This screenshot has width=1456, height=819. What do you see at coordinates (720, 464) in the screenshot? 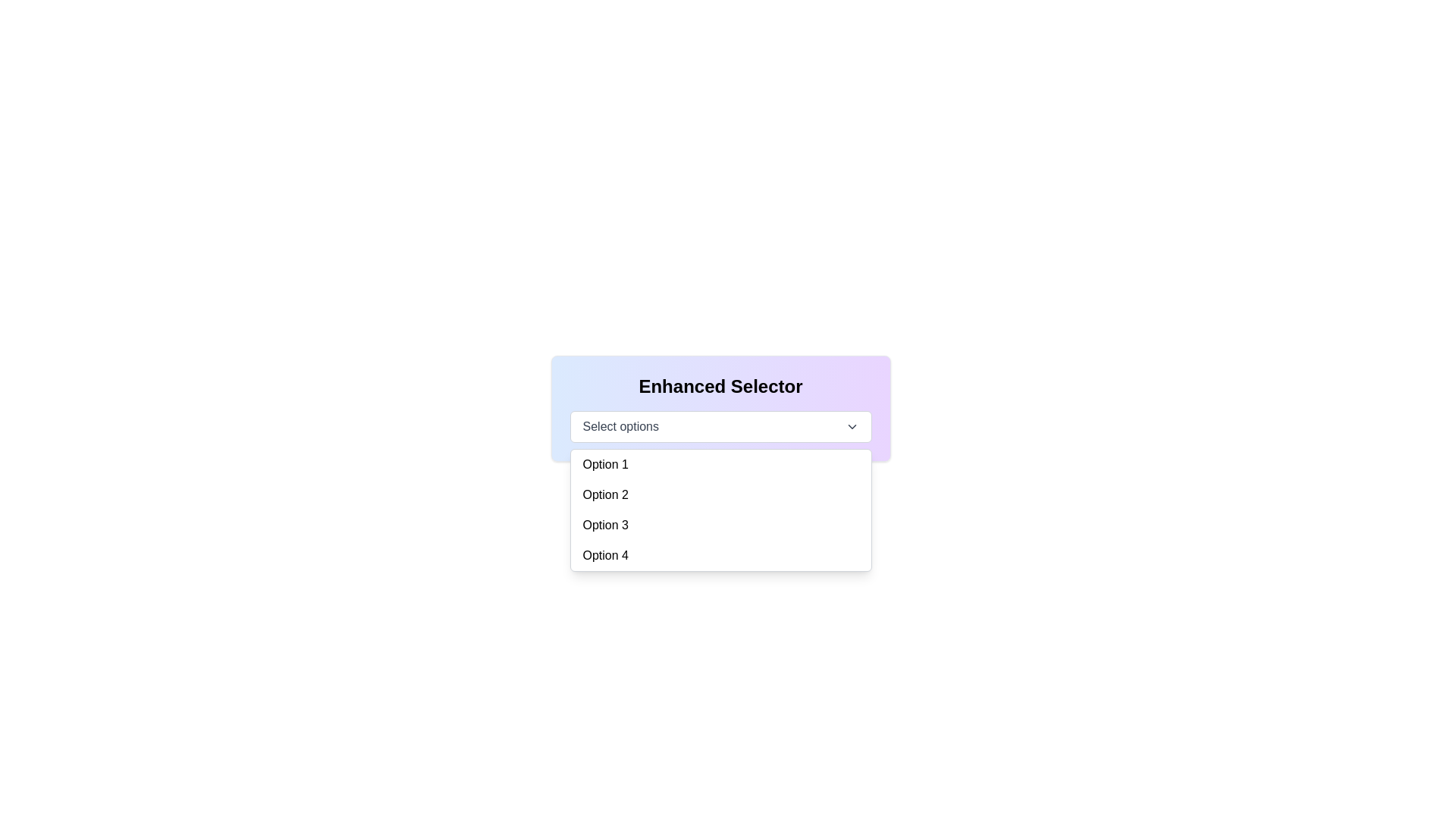
I see `the 'Option 1' dropdown option` at bounding box center [720, 464].